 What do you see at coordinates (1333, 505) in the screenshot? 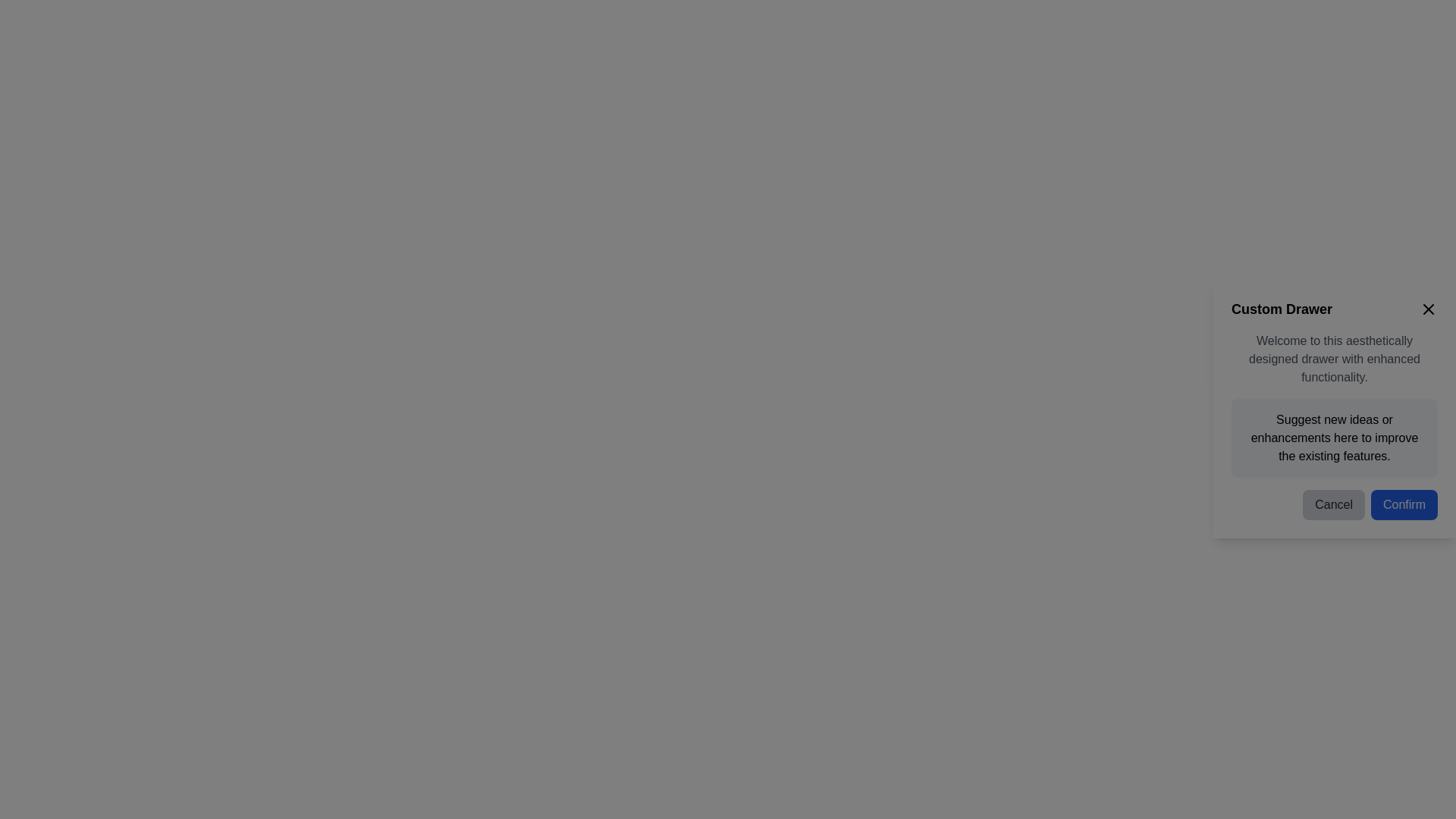
I see `the dismiss button located at the bottom-right section of the modal pop-up, which is positioned to the left of the 'Confirm' button` at bounding box center [1333, 505].